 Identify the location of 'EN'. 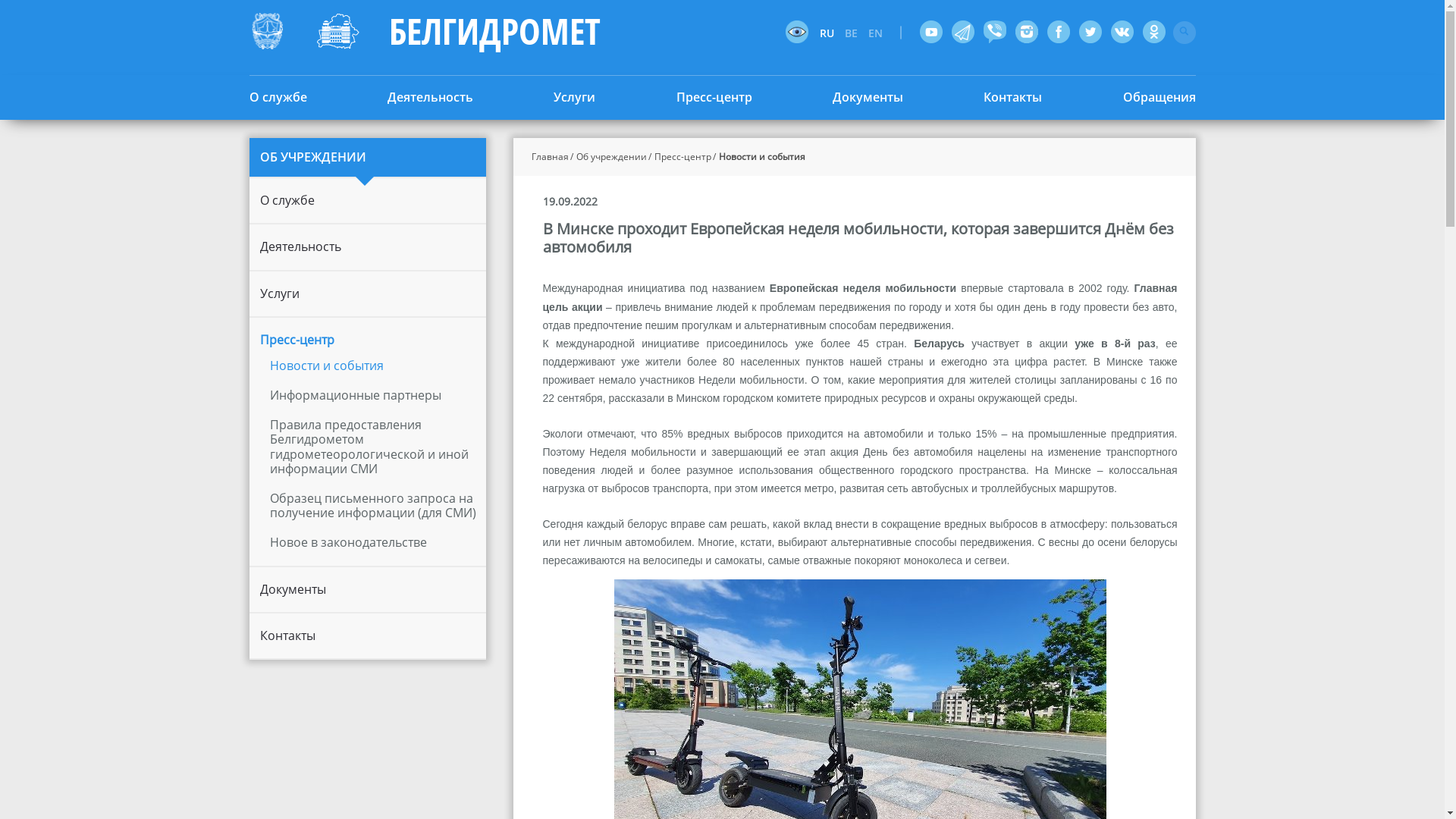
(878, 33).